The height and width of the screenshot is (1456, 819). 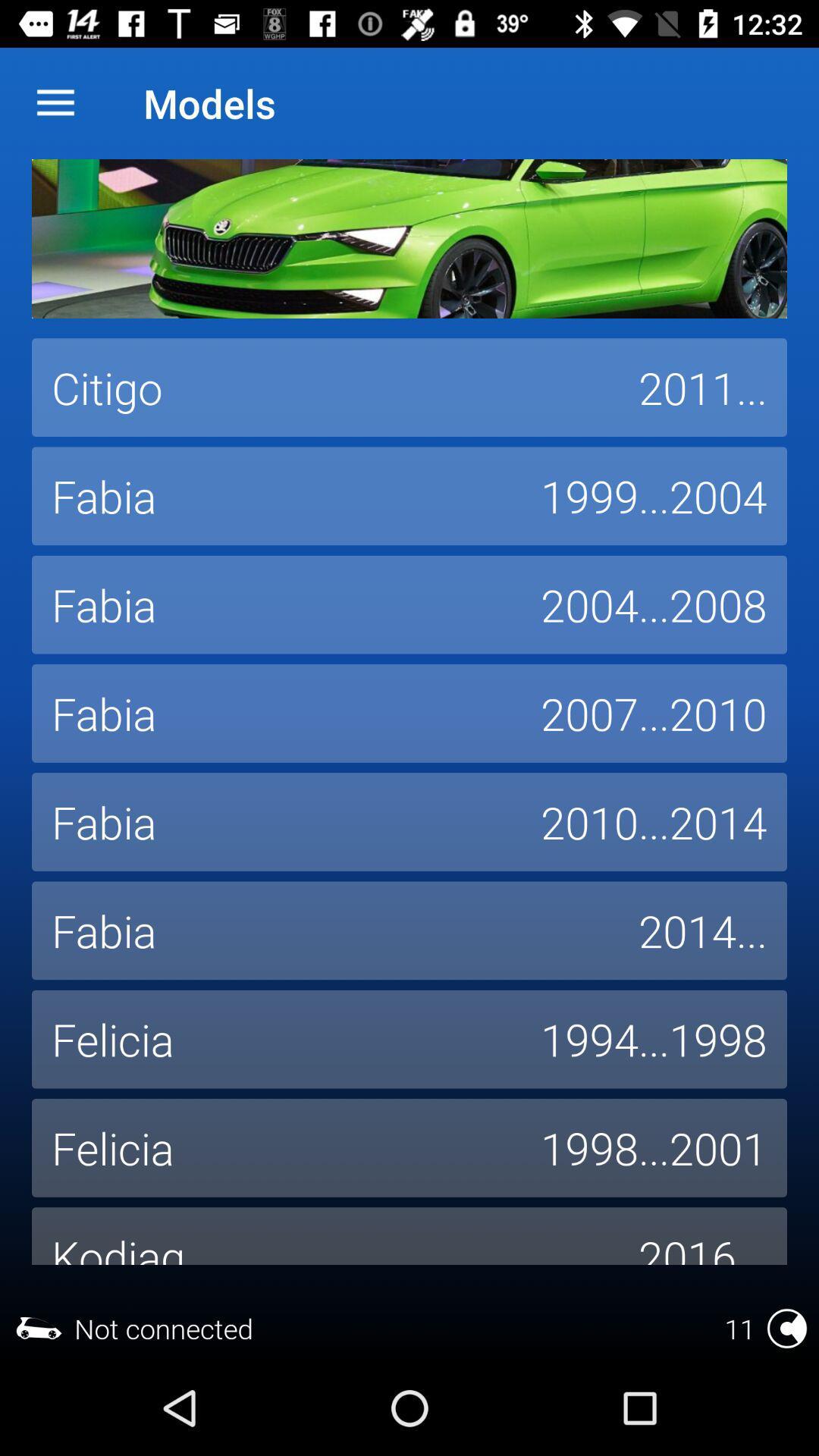 What do you see at coordinates (702, 930) in the screenshot?
I see `the item next to fabia` at bounding box center [702, 930].